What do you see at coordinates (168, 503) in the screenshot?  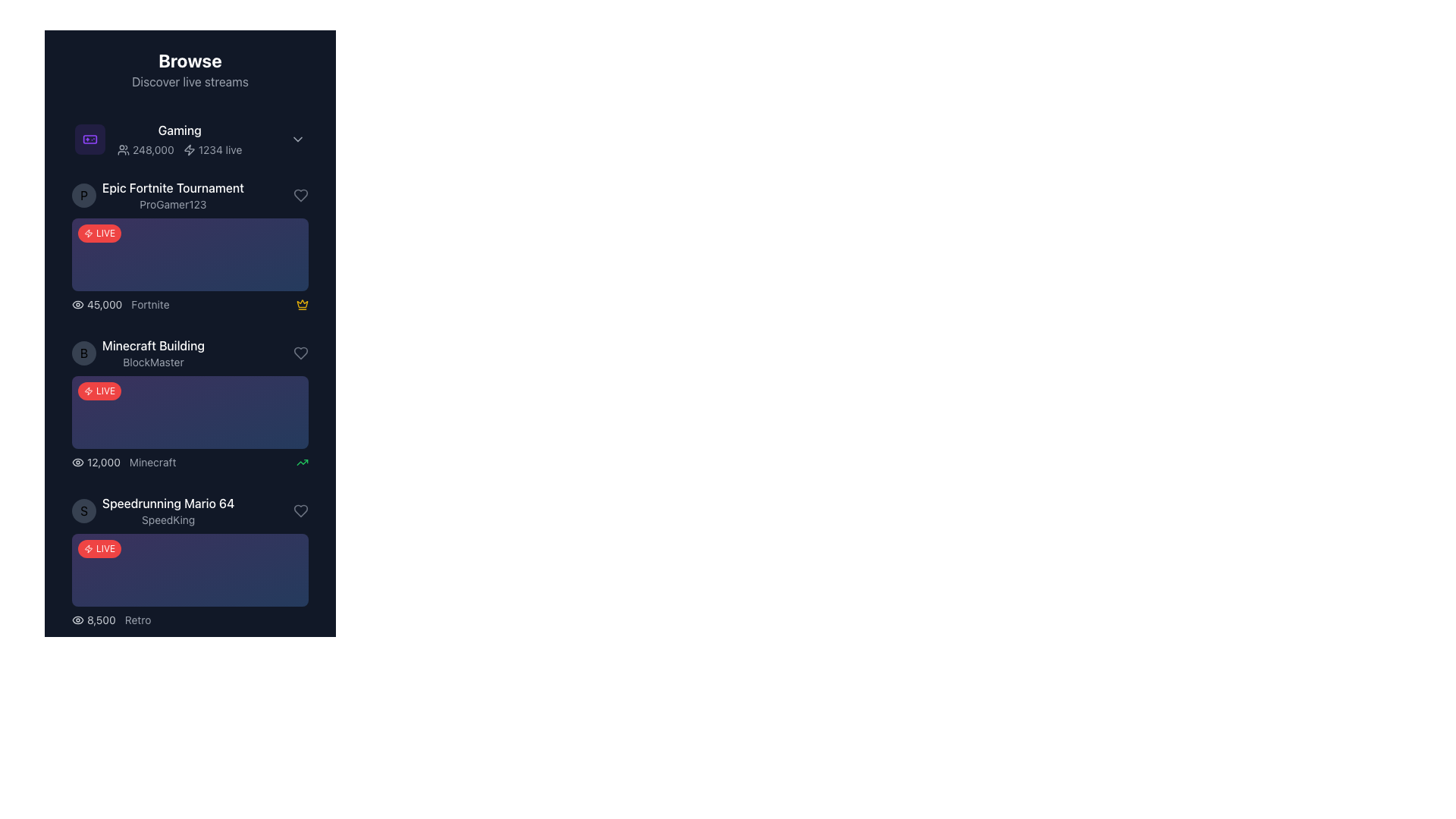 I see `the text label displaying the title 'Speedrunning Mario 64' which is positioned above the streamer 'SpeedKing'` at bounding box center [168, 503].